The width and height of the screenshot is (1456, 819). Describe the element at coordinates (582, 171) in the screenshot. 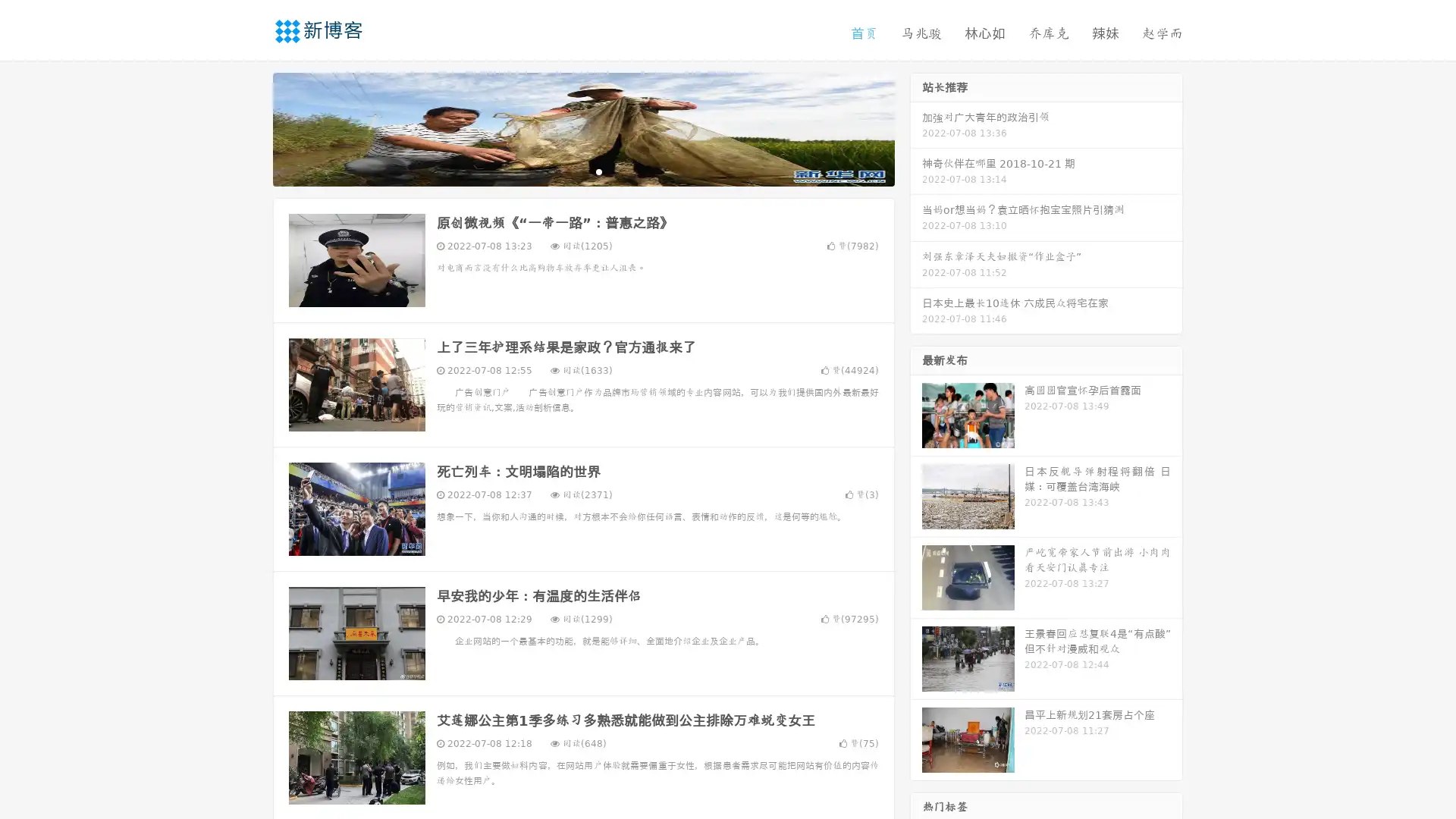

I see `Go to slide 2` at that location.